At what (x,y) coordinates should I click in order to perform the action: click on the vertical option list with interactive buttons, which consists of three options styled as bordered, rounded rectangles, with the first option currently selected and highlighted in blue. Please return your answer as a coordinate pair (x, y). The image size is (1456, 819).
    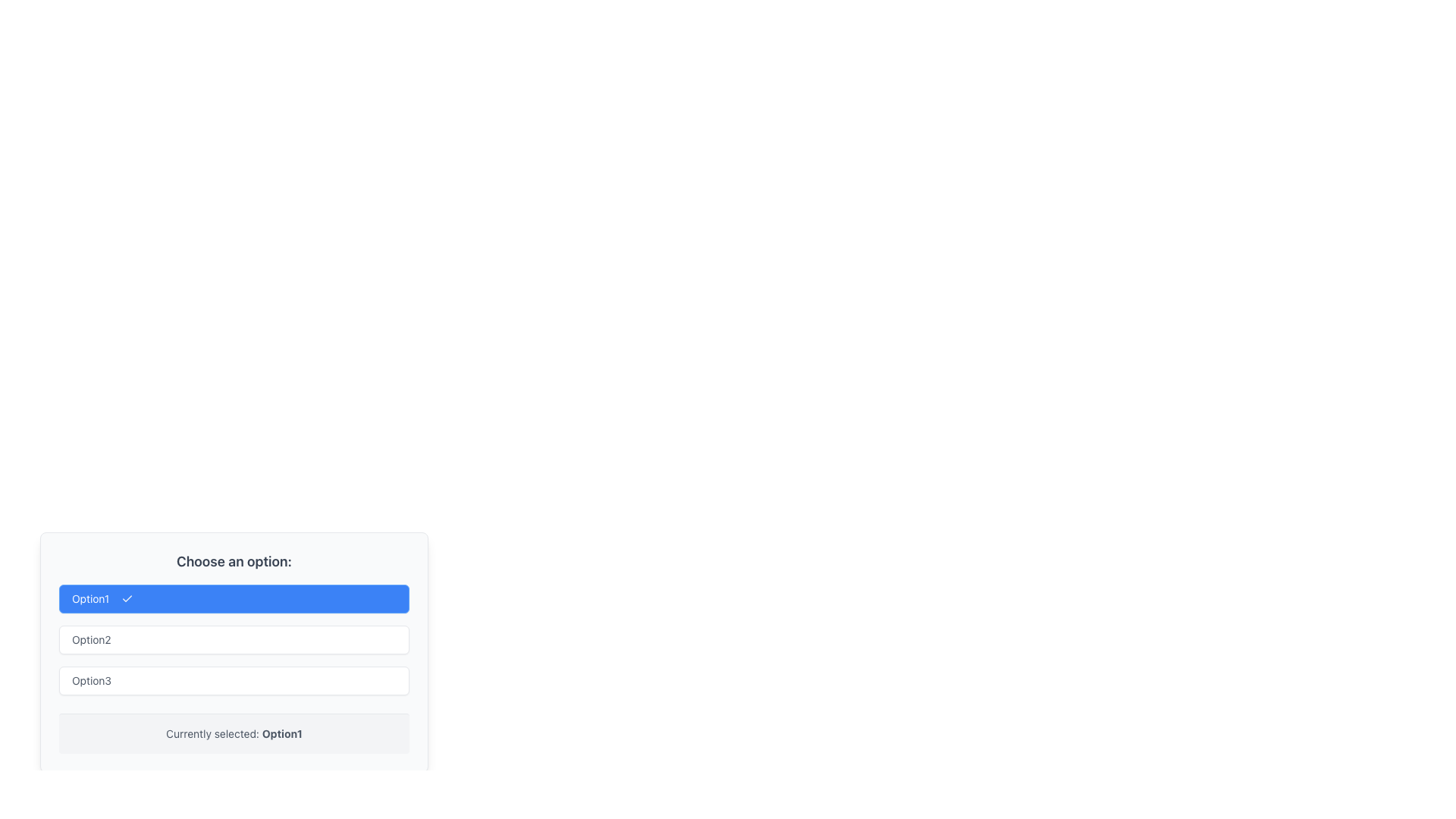
    Looking at the image, I should click on (233, 640).